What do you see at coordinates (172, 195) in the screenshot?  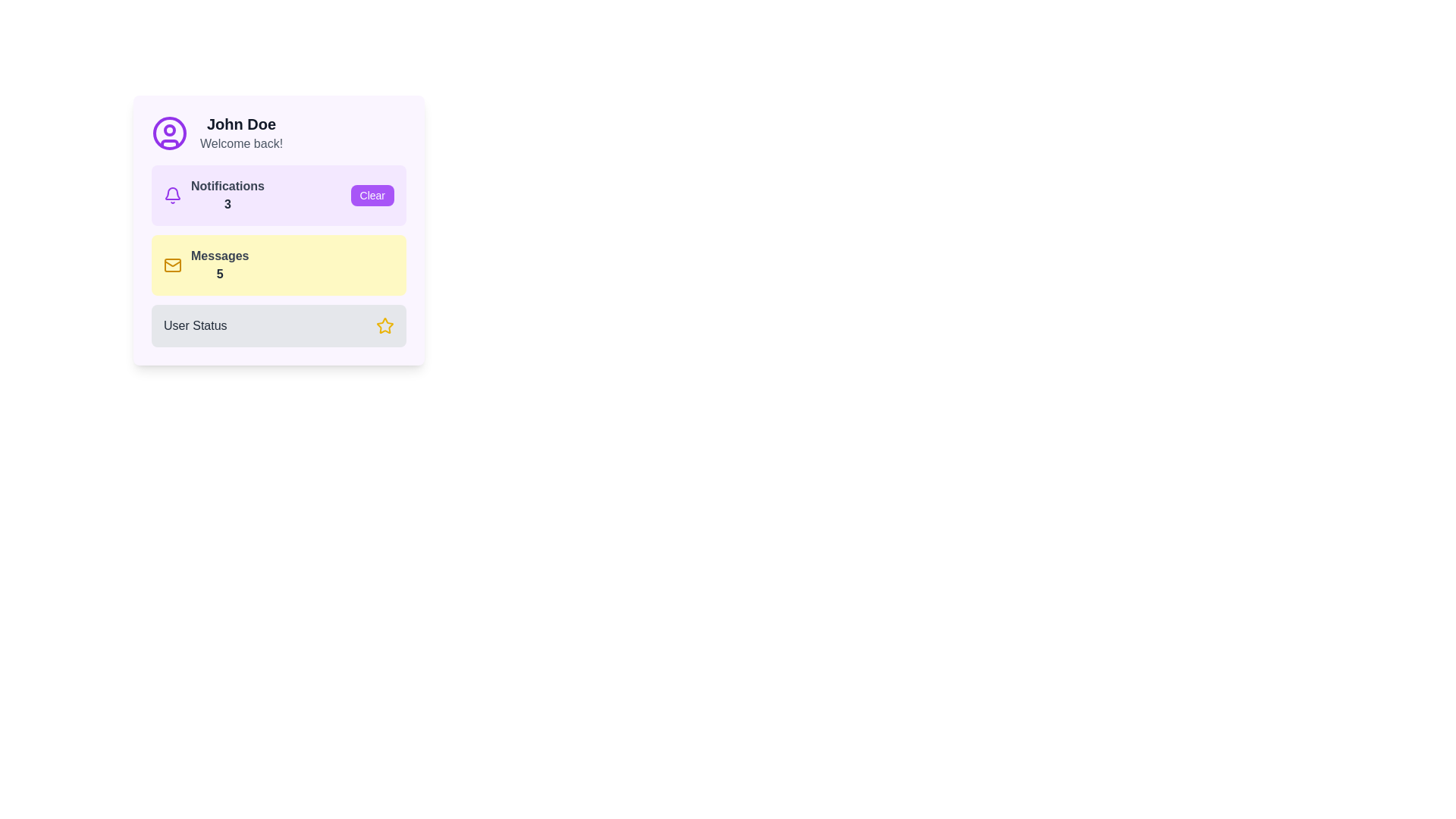 I see `the decorative notification icon located on the left side of the notification panel, adjacent to the texts 'Notifications' and '3'` at bounding box center [172, 195].